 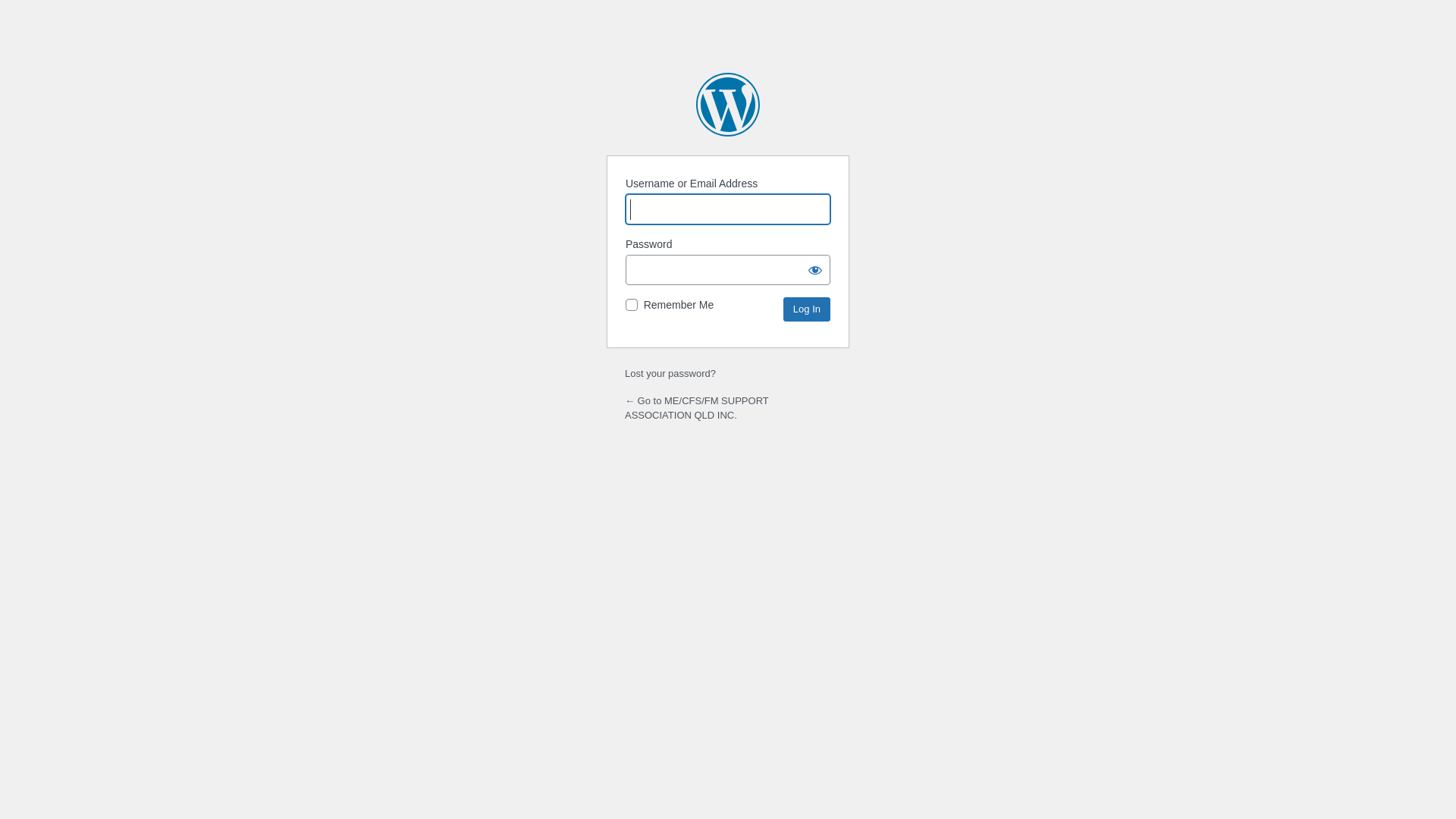 I want to click on 'Powered by WordPress', so click(x=728, y=104).